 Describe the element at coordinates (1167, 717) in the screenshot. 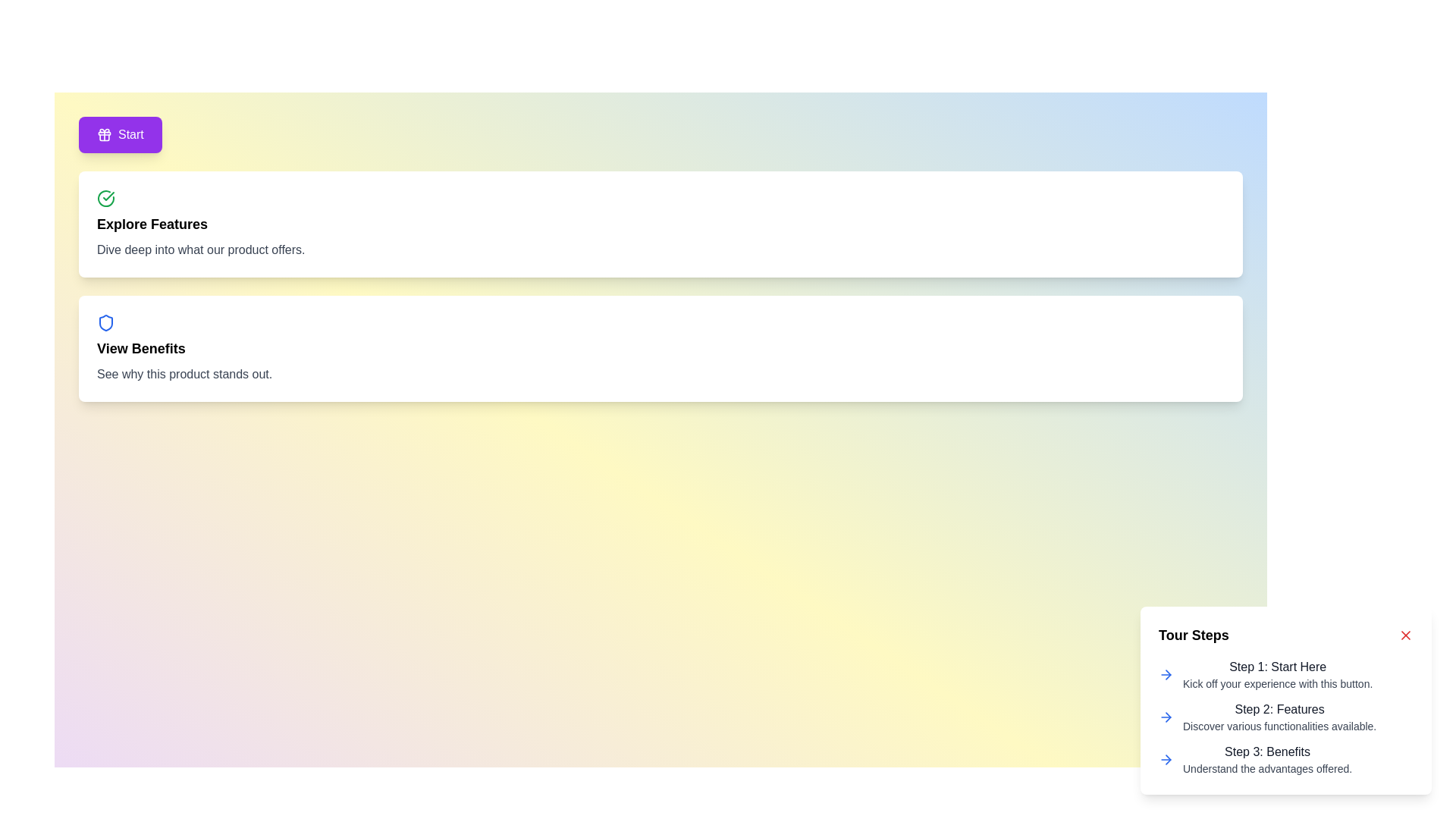

I see `the second arrow icon in the right-hand popup labeled 'Tour Steps'` at that location.